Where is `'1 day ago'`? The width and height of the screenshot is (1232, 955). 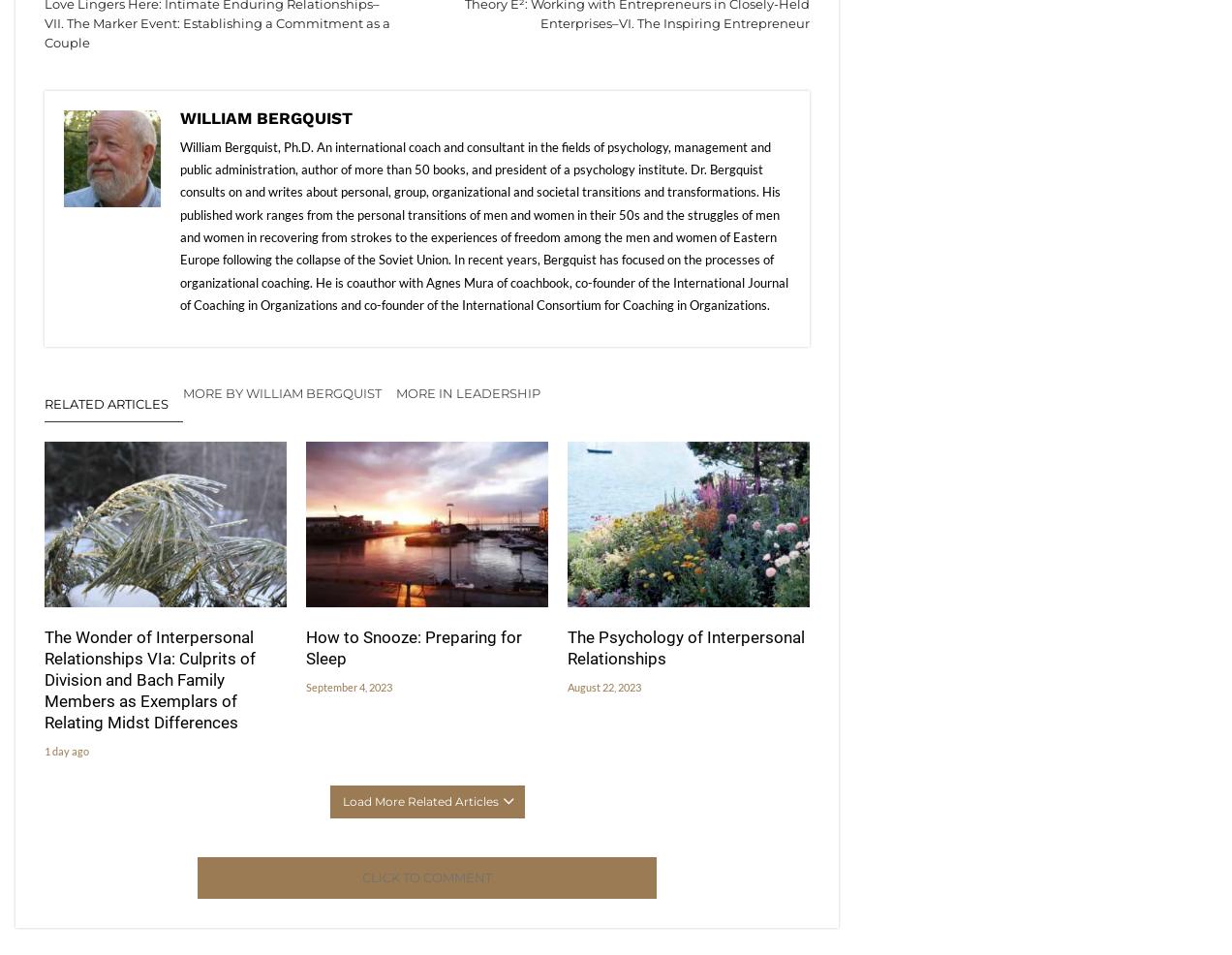 '1 day ago' is located at coordinates (66, 751).